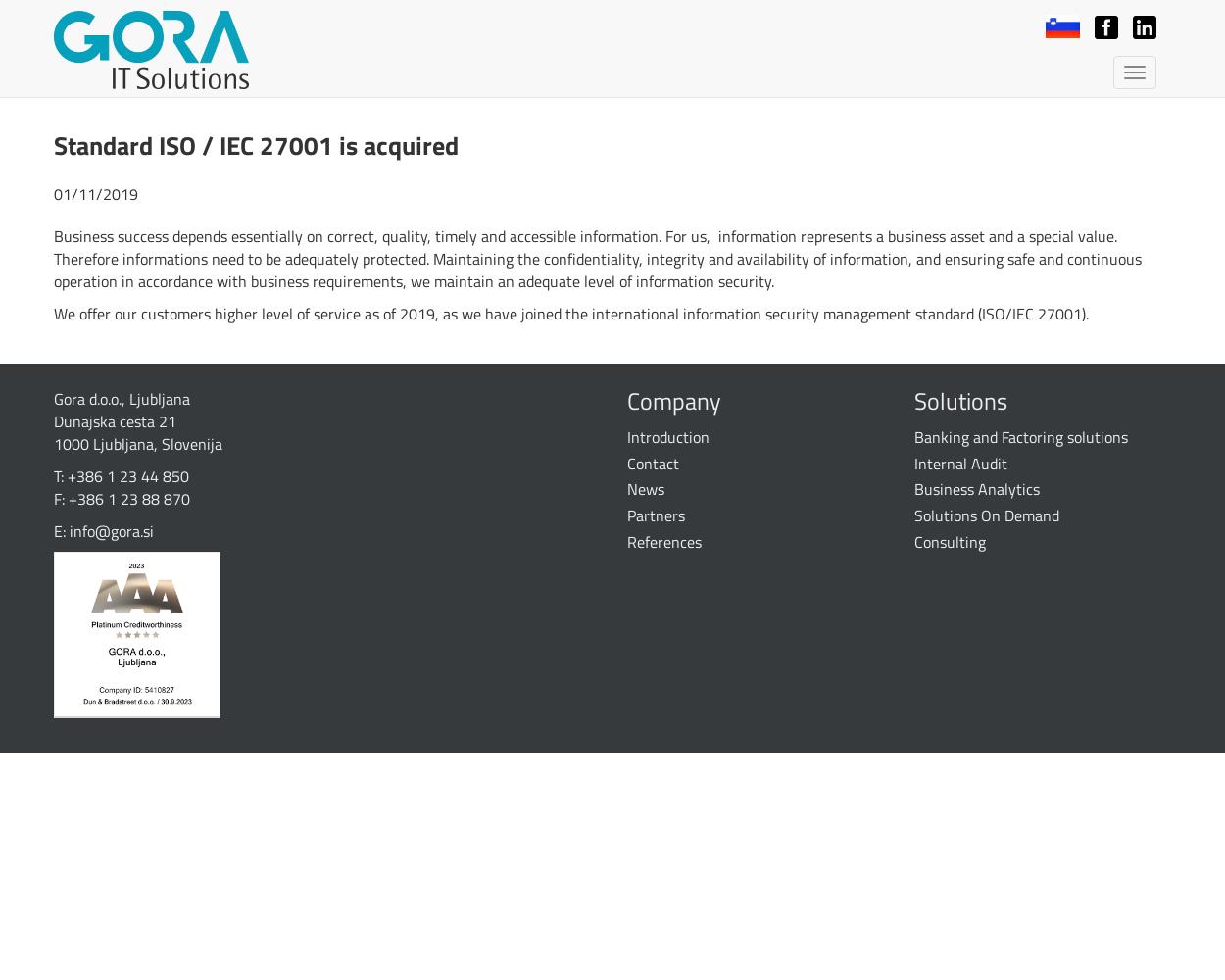 The image size is (1225, 980). I want to click on 'Banking and Factoring solutions', so click(1020, 435).